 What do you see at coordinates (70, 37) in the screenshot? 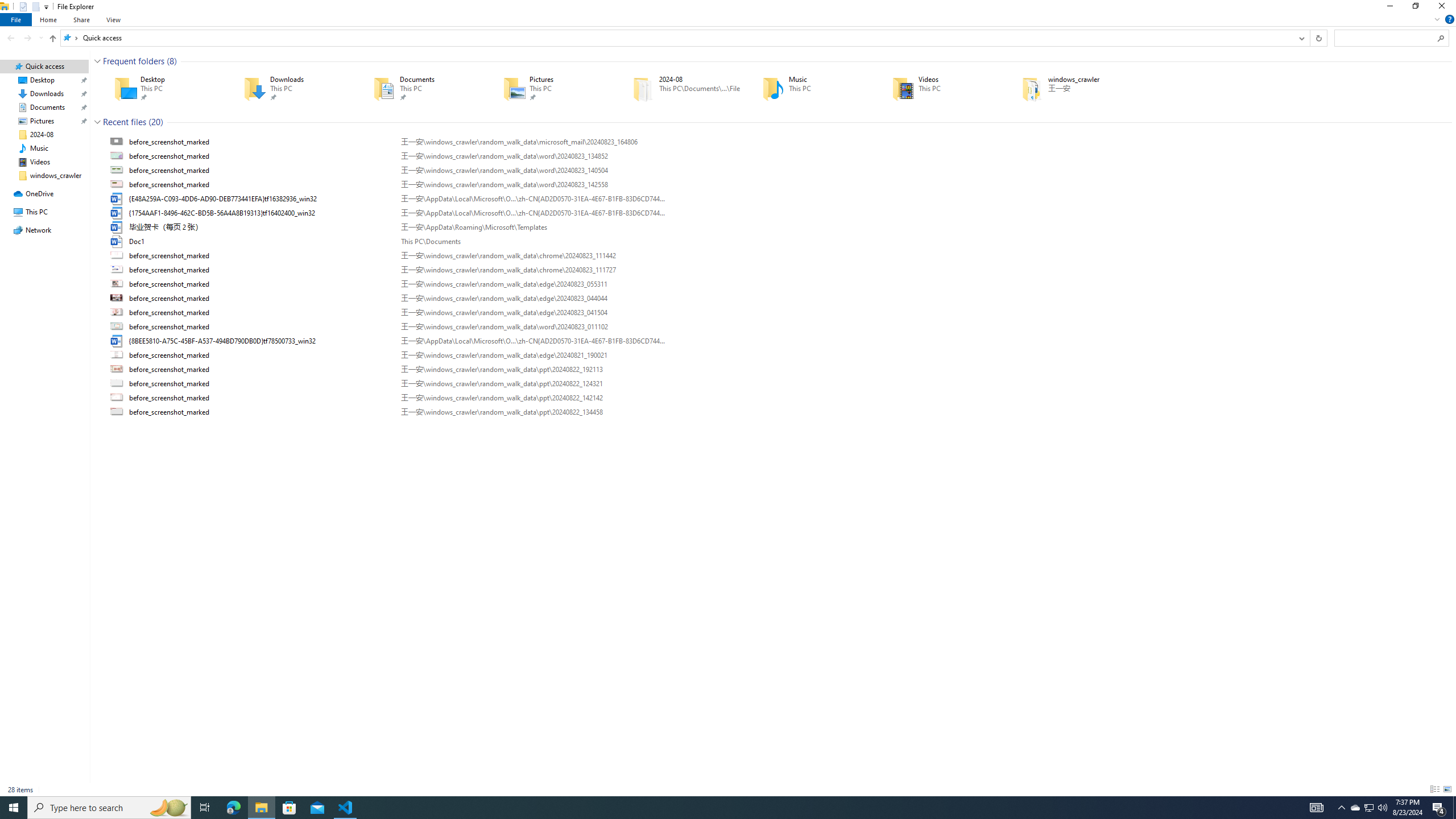
I see `'All locations'` at bounding box center [70, 37].